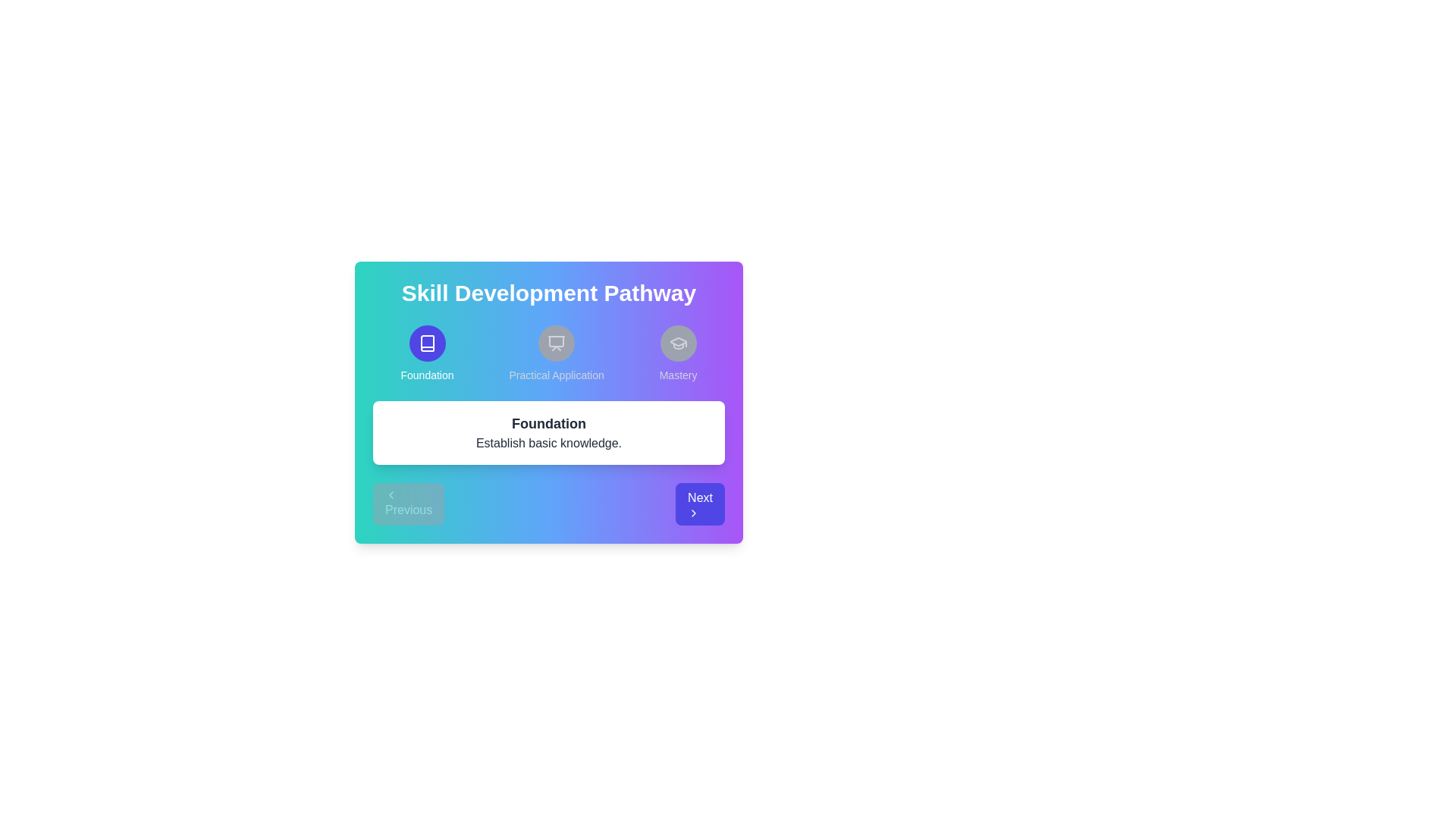 Image resolution: width=1456 pixels, height=819 pixels. What do you see at coordinates (426, 353) in the screenshot?
I see `the element representing Foundation` at bounding box center [426, 353].